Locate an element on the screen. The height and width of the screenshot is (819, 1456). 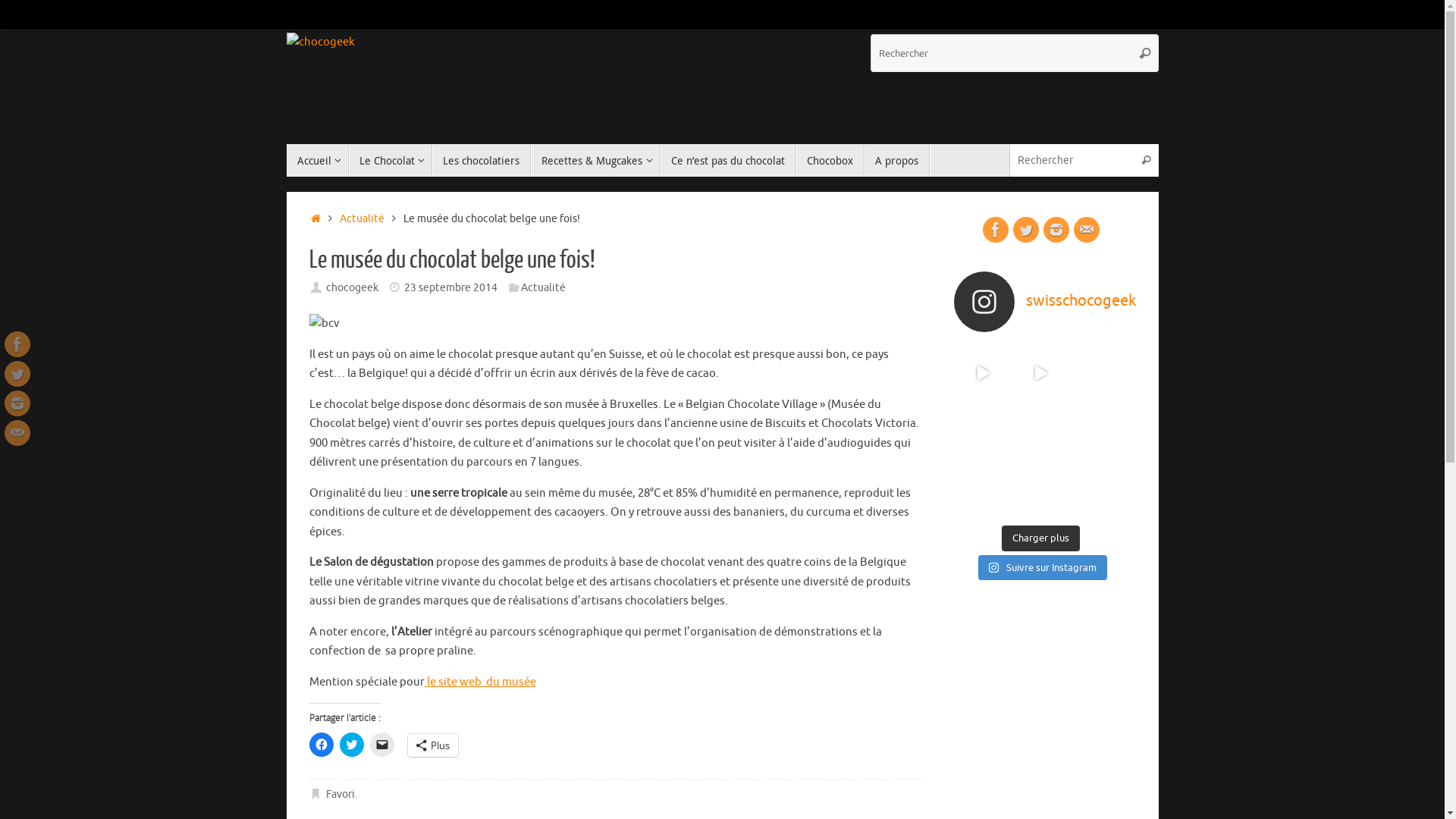
'Passer au contenu' is located at coordinates (284, 167).